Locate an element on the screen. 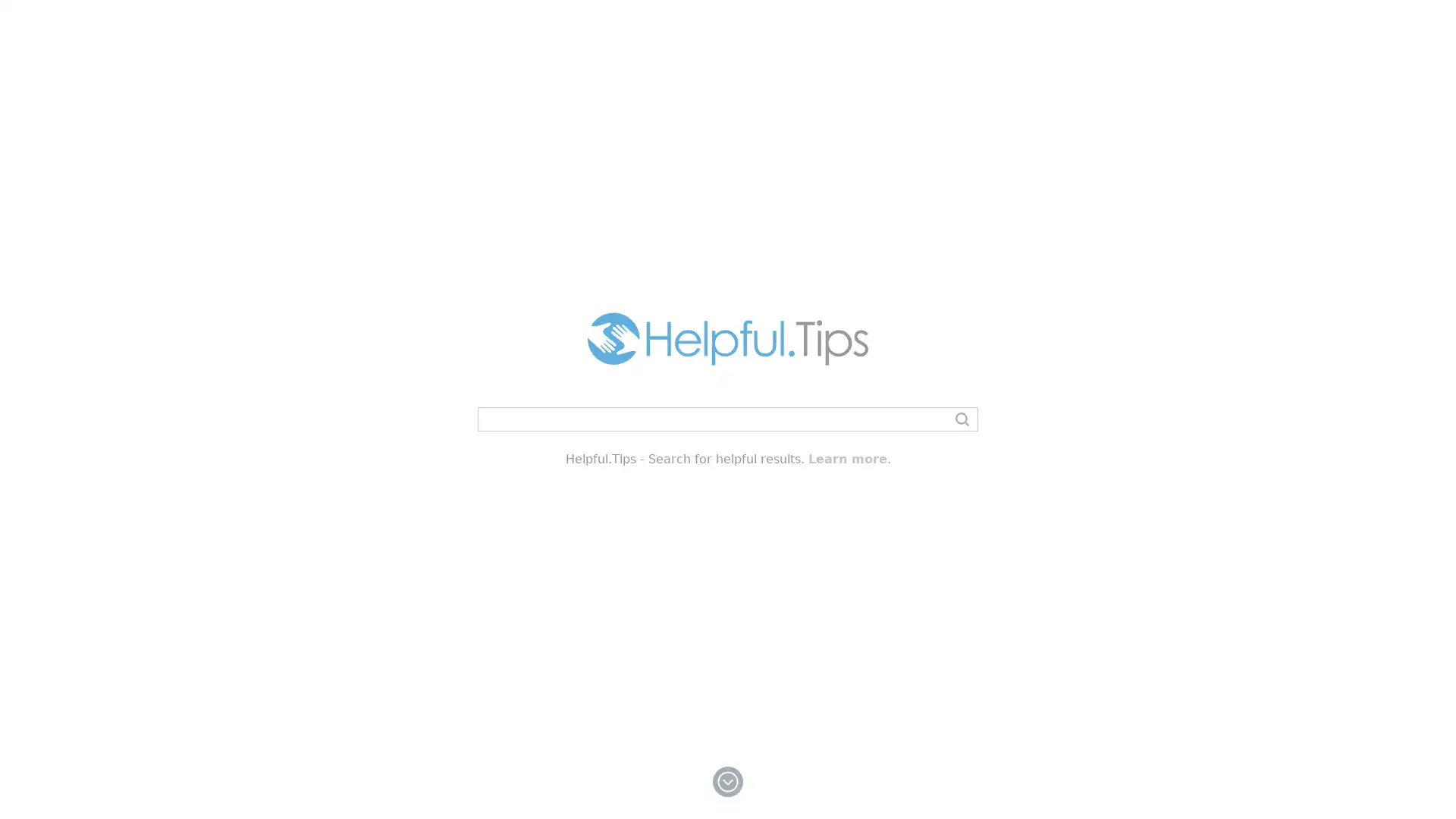  Search is located at coordinates (961, 419).